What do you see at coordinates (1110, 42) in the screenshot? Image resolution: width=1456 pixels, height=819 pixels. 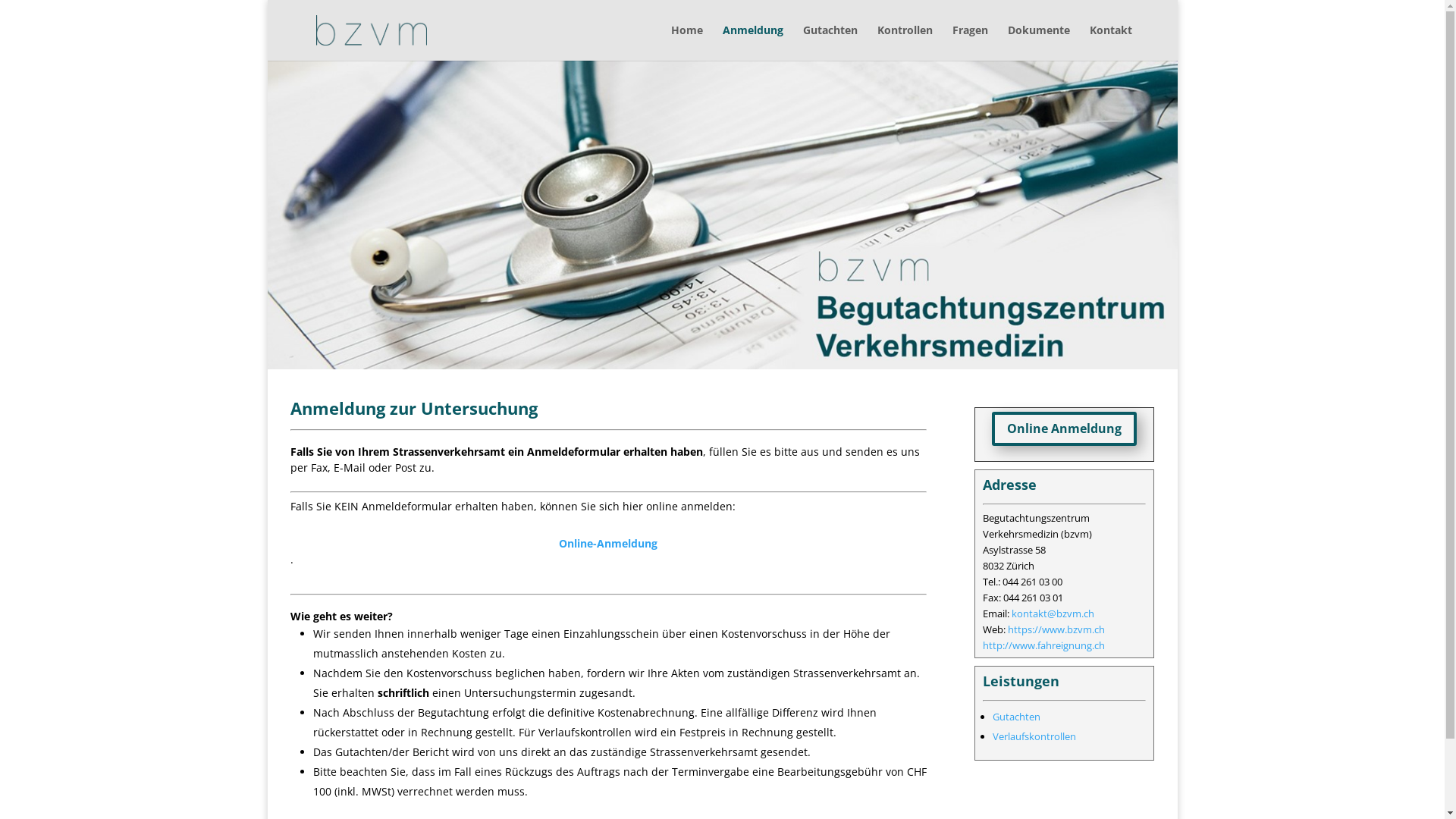 I see `'Kontakt'` at bounding box center [1110, 42].